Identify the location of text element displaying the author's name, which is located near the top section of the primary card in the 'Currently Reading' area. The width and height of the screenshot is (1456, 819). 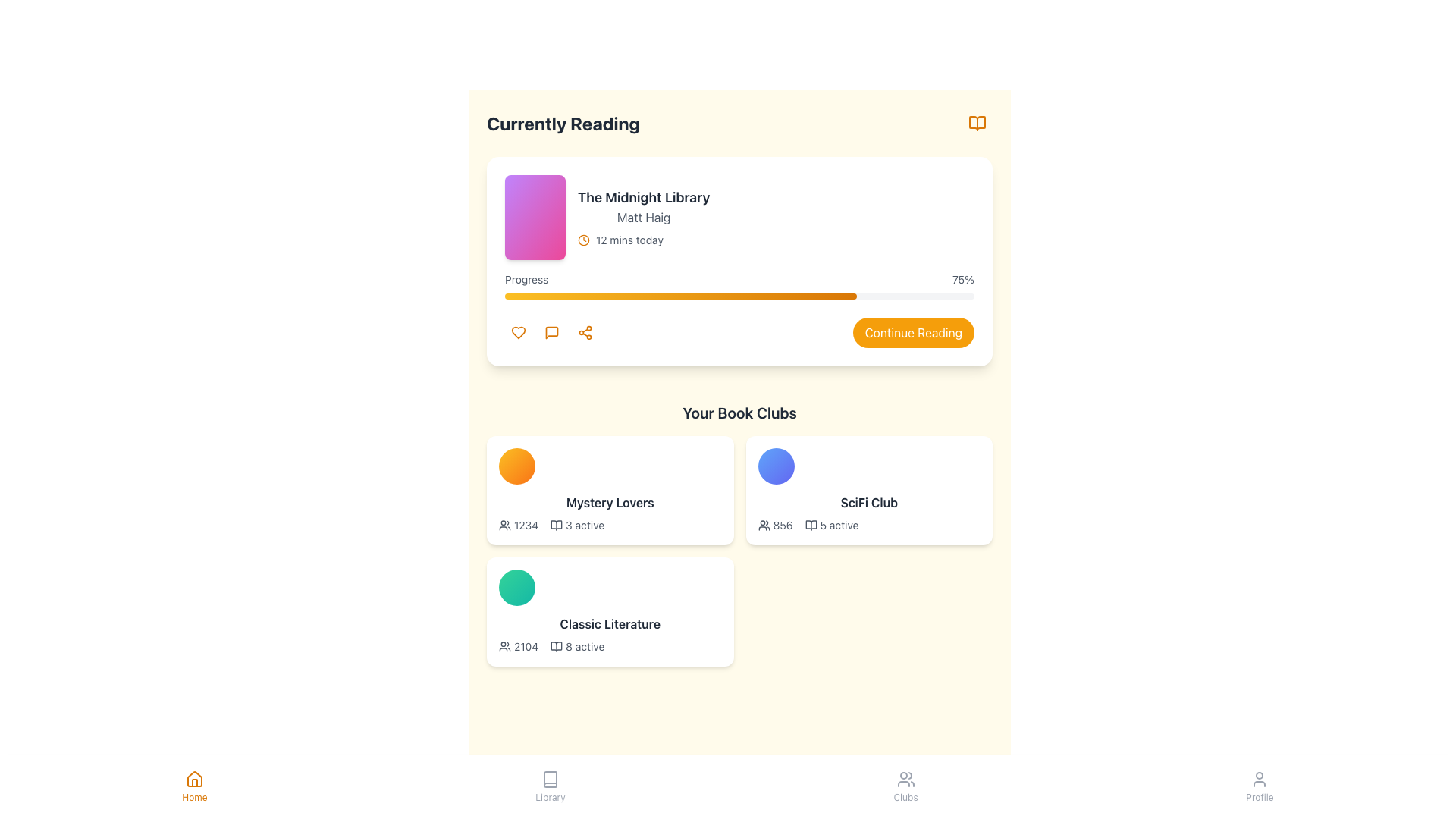
(644, 217).